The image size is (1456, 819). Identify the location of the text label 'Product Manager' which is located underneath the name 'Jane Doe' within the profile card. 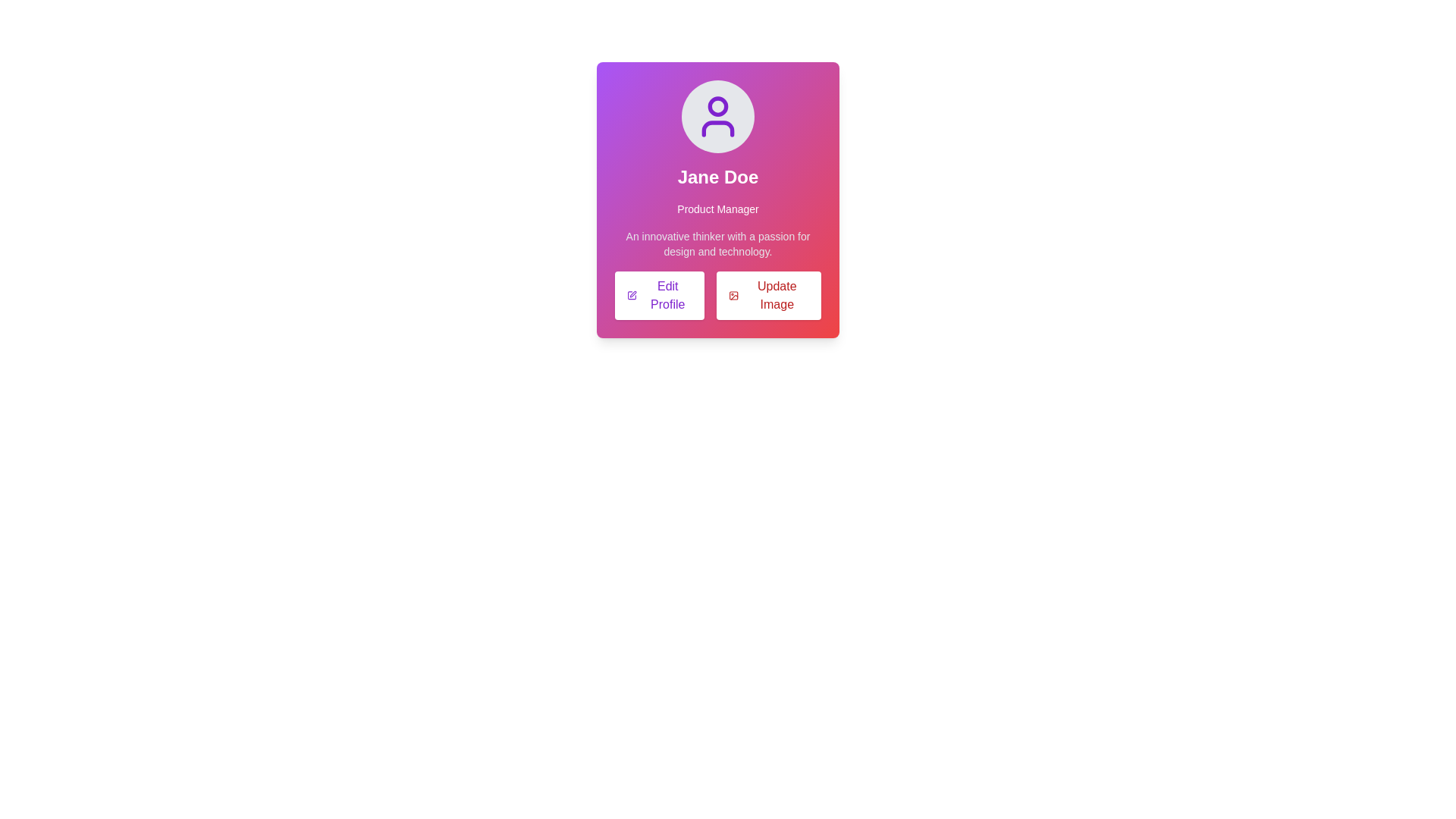
(717, 209).